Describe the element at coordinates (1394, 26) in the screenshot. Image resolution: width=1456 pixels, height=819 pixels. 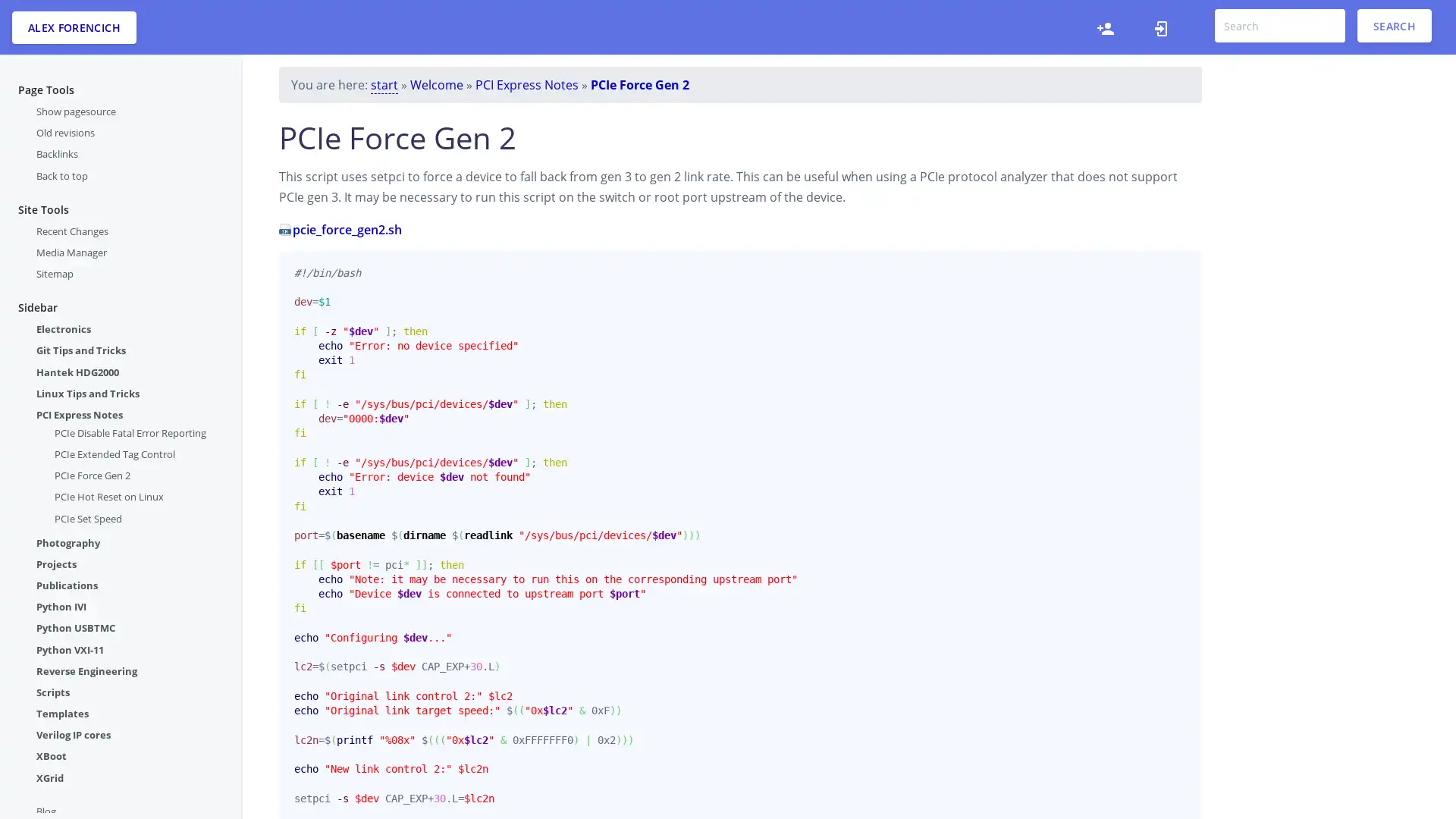
I see `SEARCH` at that location.